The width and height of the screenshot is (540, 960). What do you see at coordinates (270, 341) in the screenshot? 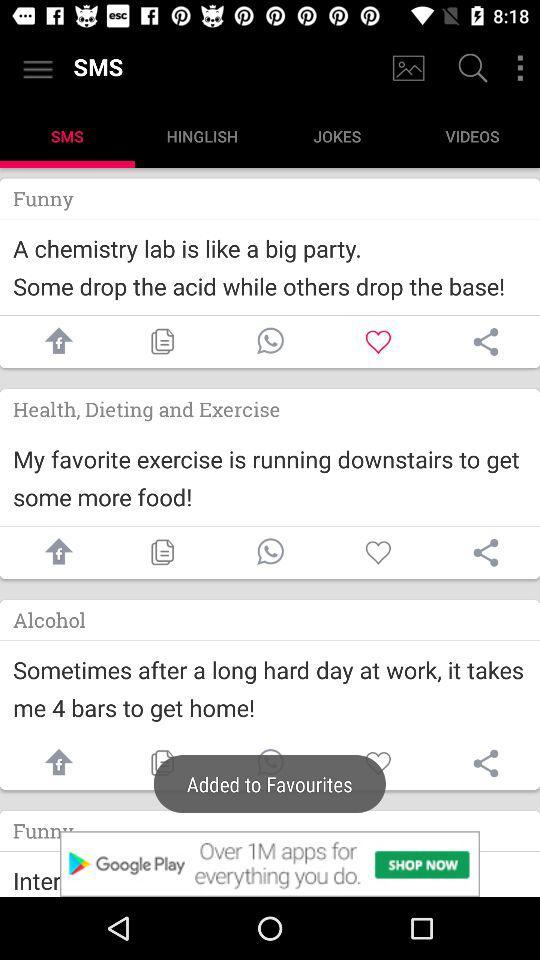
I see `share joke` at bounding box center [270, 341].